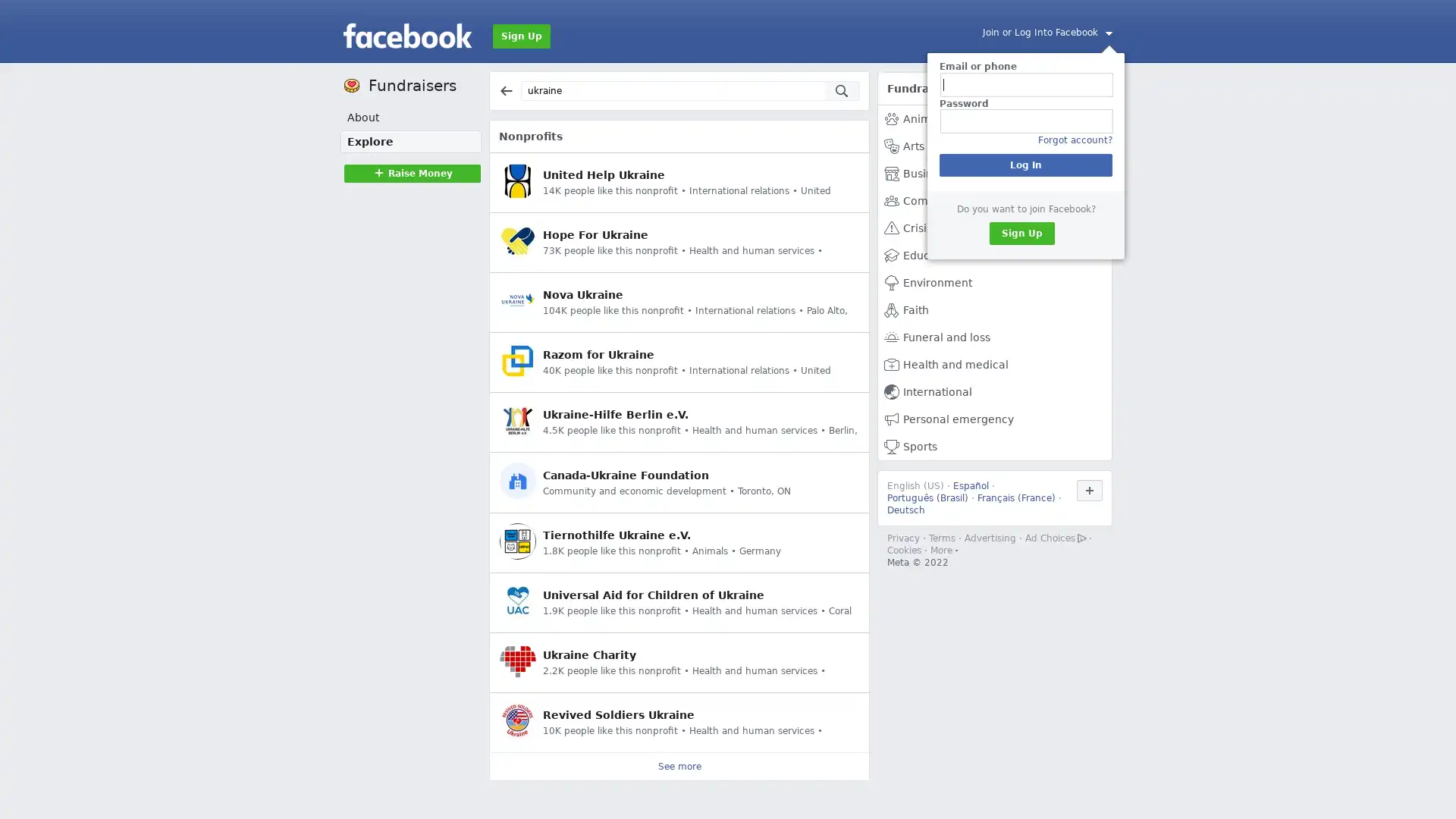 The width and height of the screenshot is (1456, 819). Describe the element at coordinates (1016, 497) in the screenshot. I see `Francais (France)` at that location.